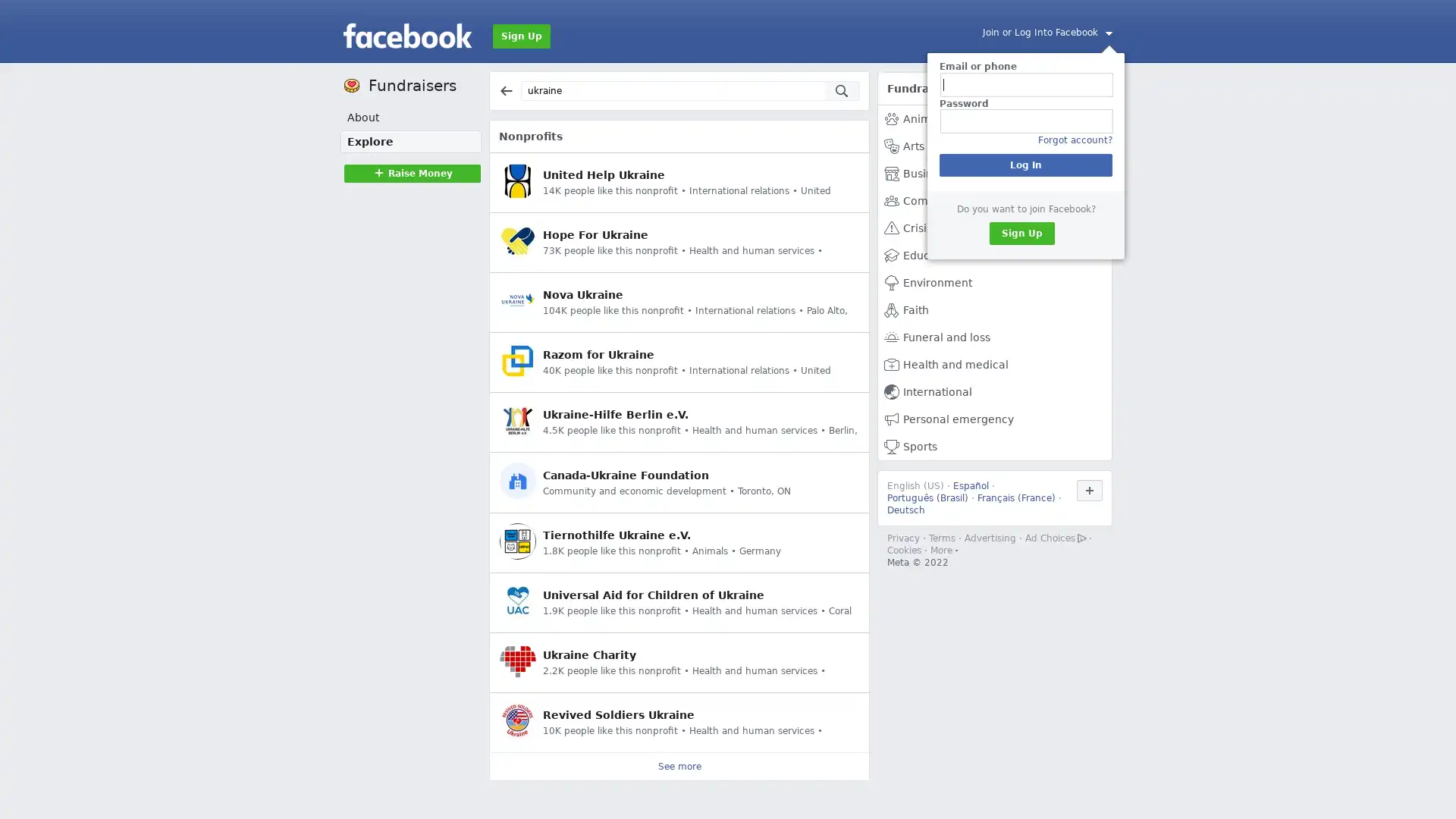 The width and height of the screenshot is (1456, 819). Describe the element at coordinates (1016, 497) in the screenshot. I see `Francais (France)` at that location.